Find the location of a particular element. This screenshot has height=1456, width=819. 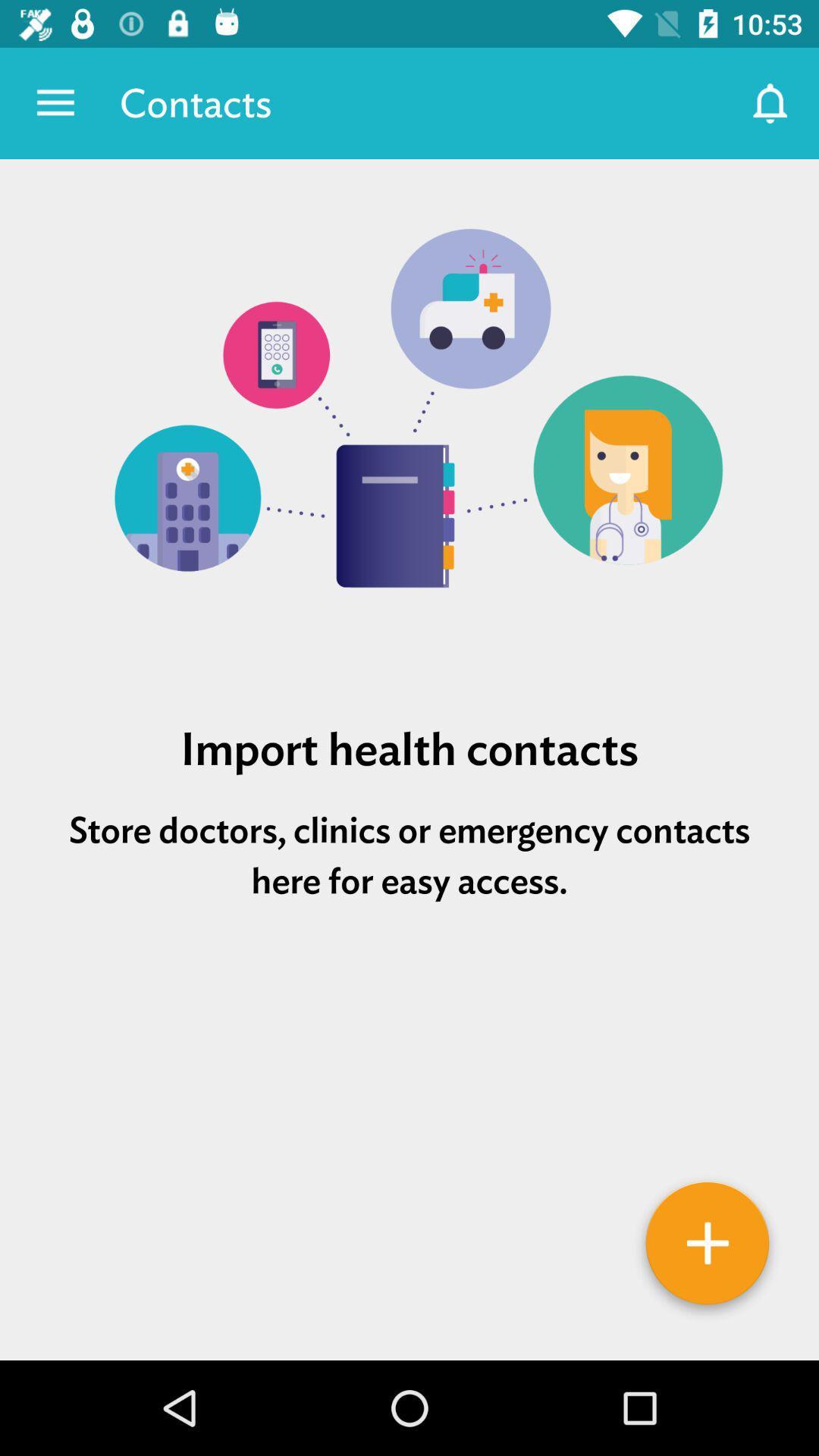

icon above import health contacts item is located at coordinates (409, 424).